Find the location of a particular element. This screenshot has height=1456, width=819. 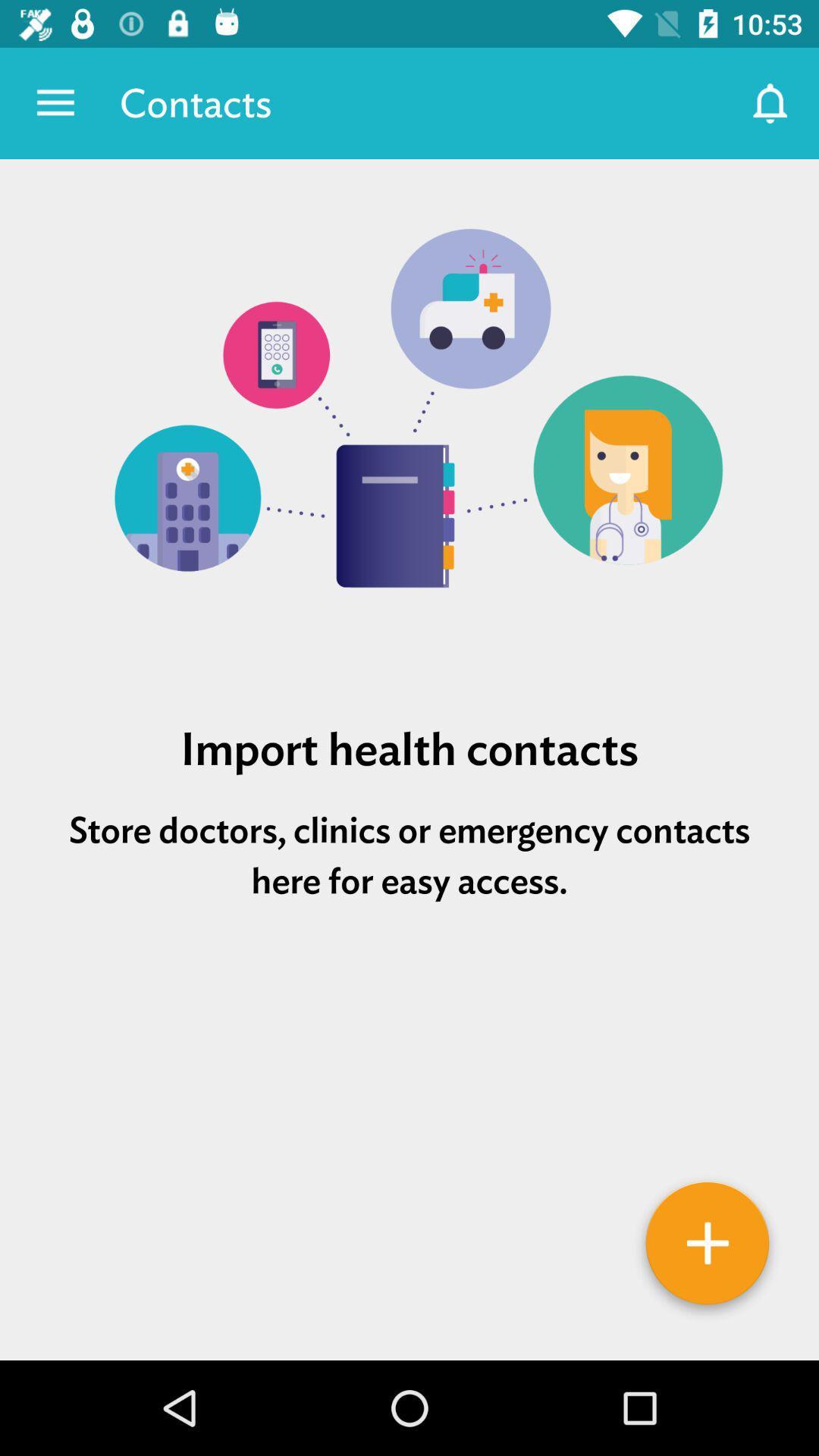

icon above import health contacts item is located at coordinates (409, 424).